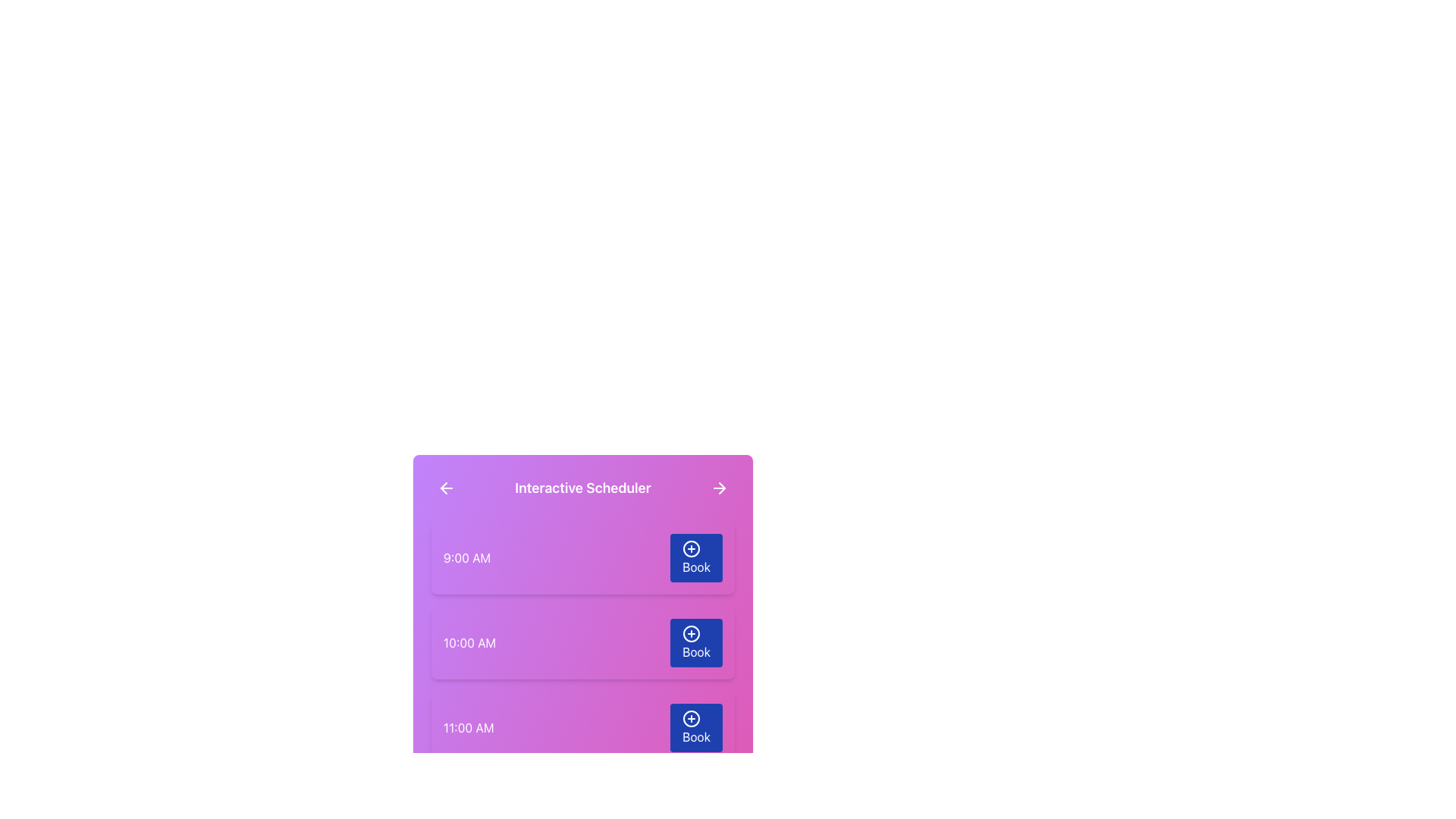  What do you see at coordinates (446, 488) in the screenshot?
I see `the navigation button located at the top-left corner of the purple gradient bar` at bounding box center [446, 488].